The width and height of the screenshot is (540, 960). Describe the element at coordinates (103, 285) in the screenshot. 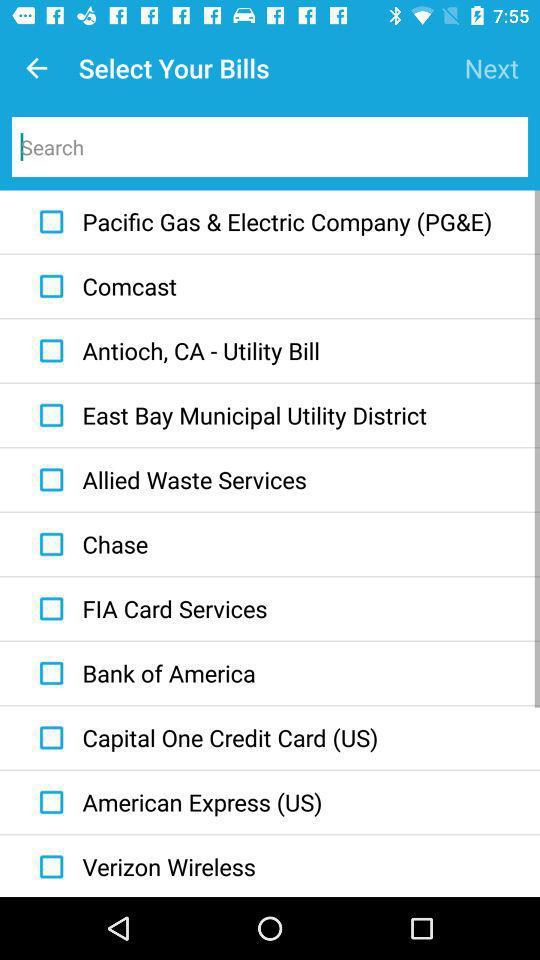

I see `the comcast icon` at that location.